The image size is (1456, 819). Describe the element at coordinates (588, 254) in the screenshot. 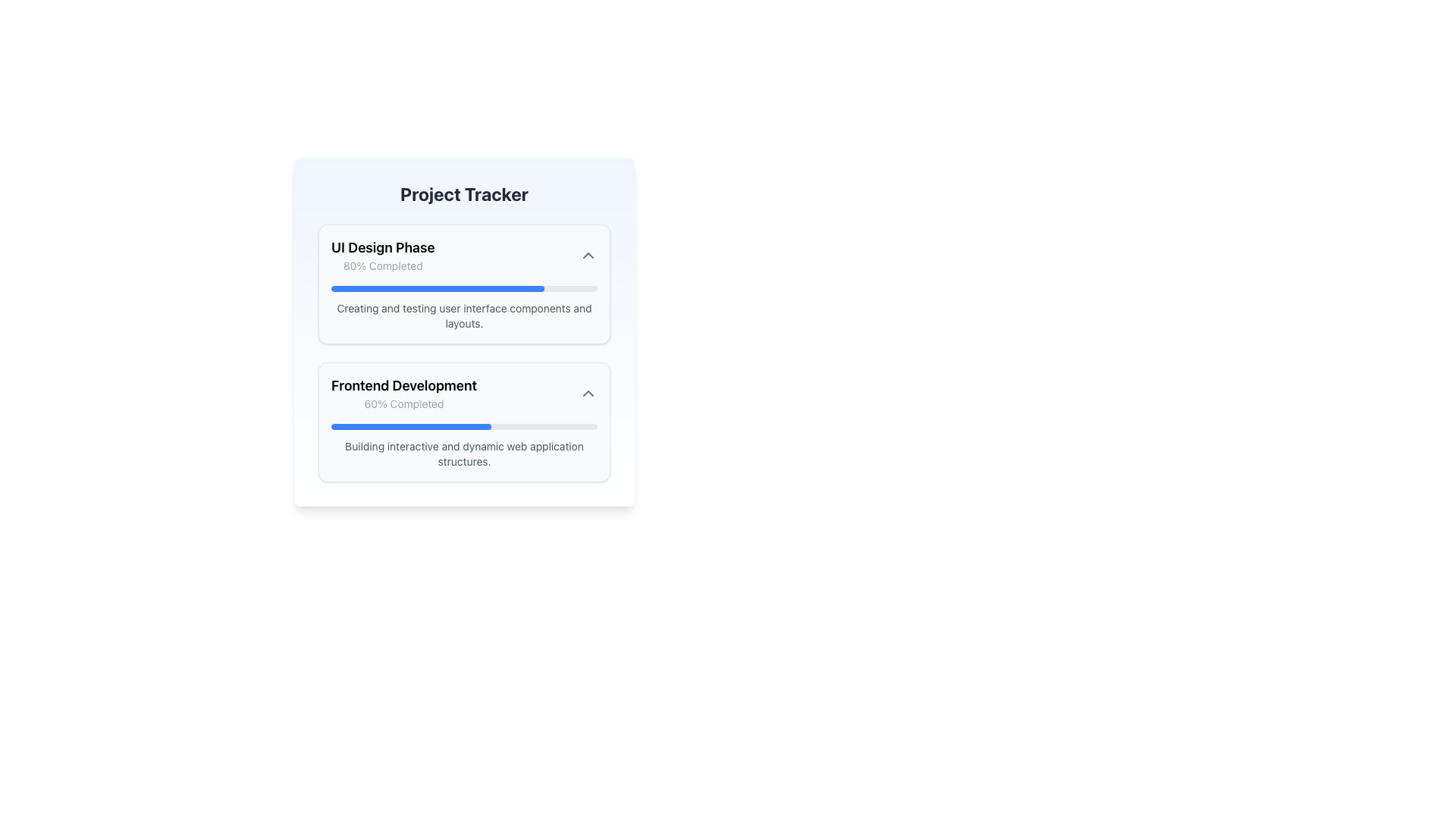

I see `the upward chevron icon next to the '80% Completed' text` at that location.